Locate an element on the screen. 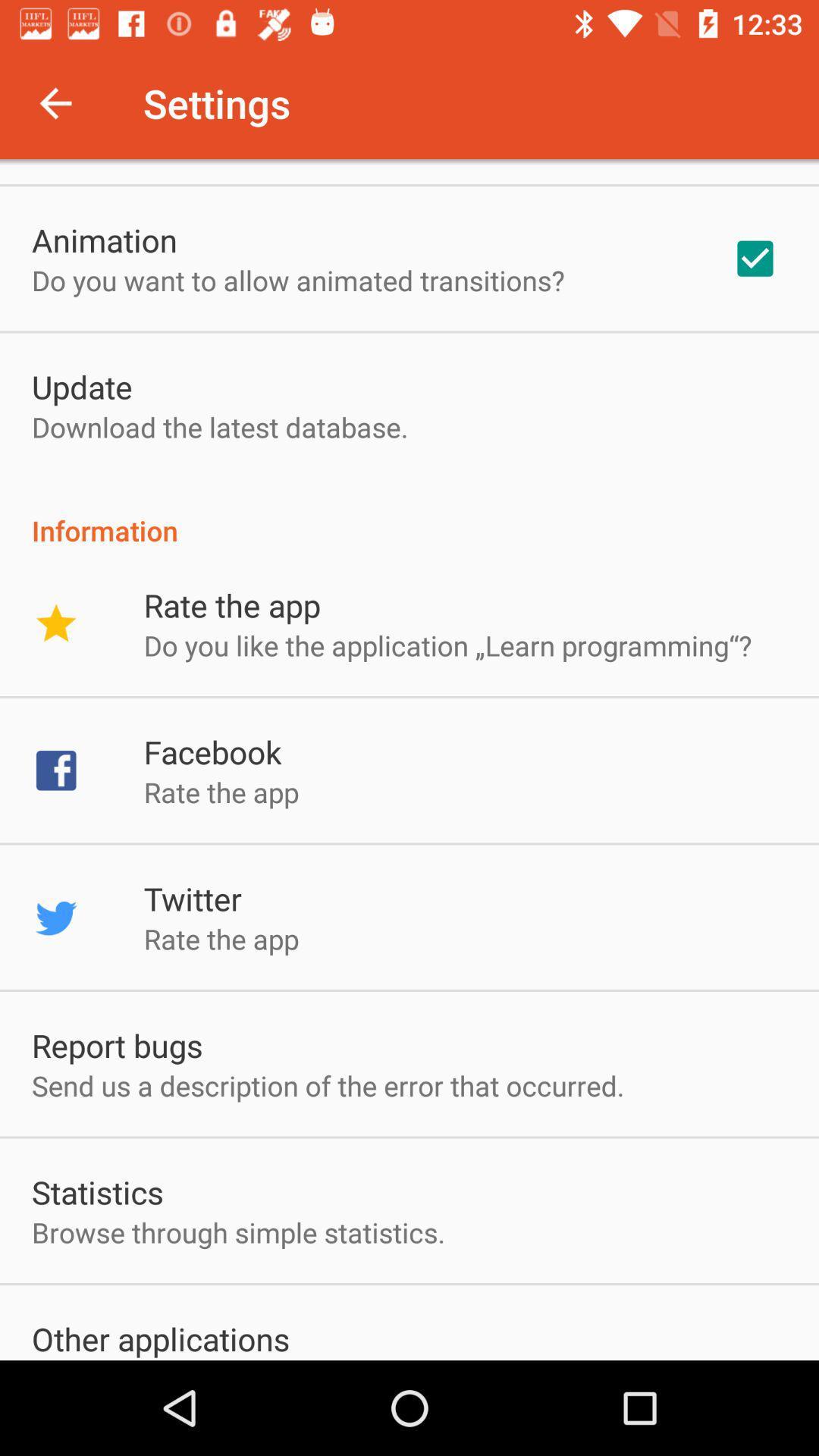 This screenshot has height=1456, width=819. icon at the top right corner is located at coordinates (755, 259).